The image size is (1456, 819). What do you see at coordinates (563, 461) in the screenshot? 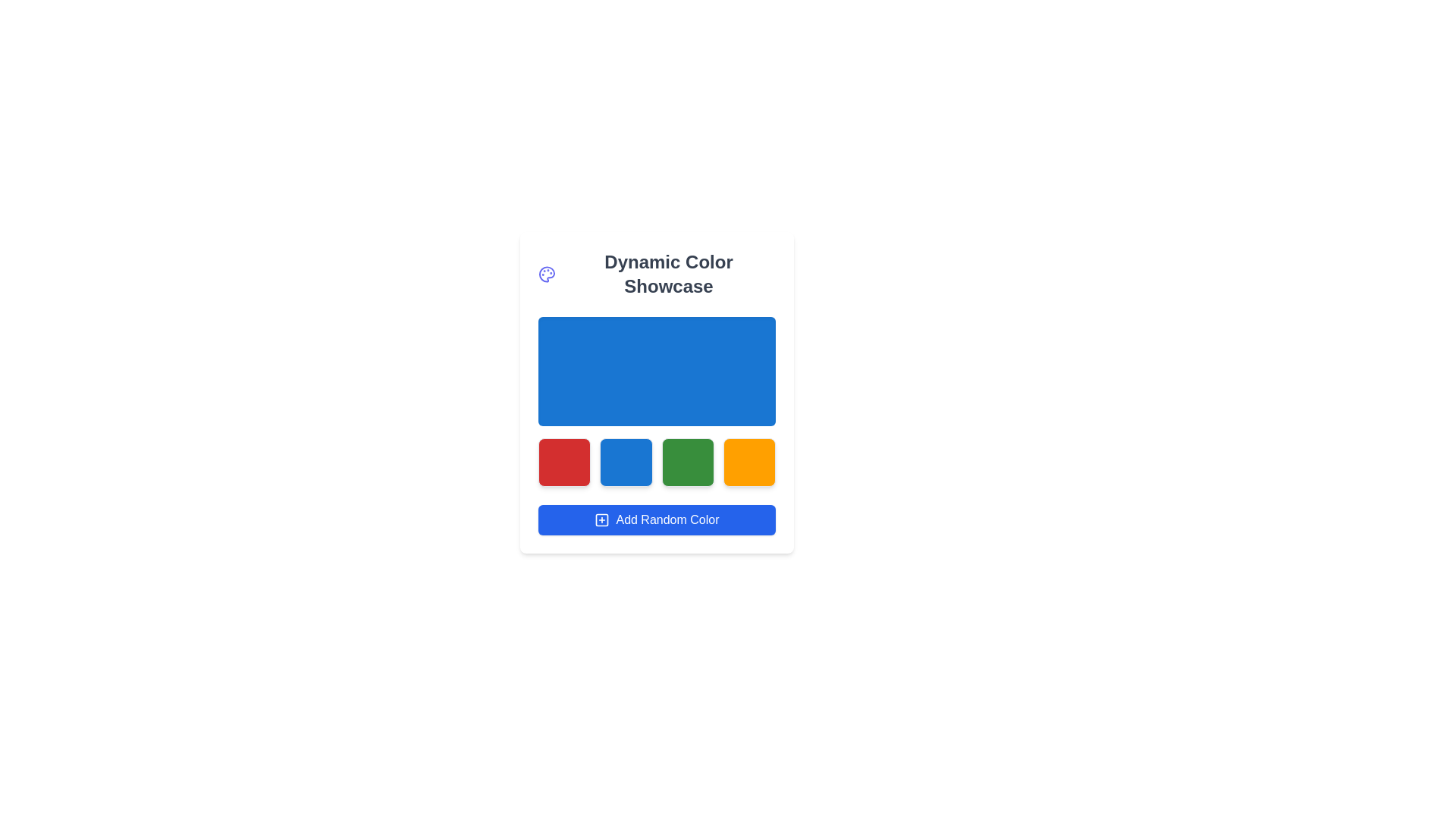
I see `the first selectable color square in the horizontal grid located underneath the 'Dynamic Color Showcase'` at bounding box center [563, 461].